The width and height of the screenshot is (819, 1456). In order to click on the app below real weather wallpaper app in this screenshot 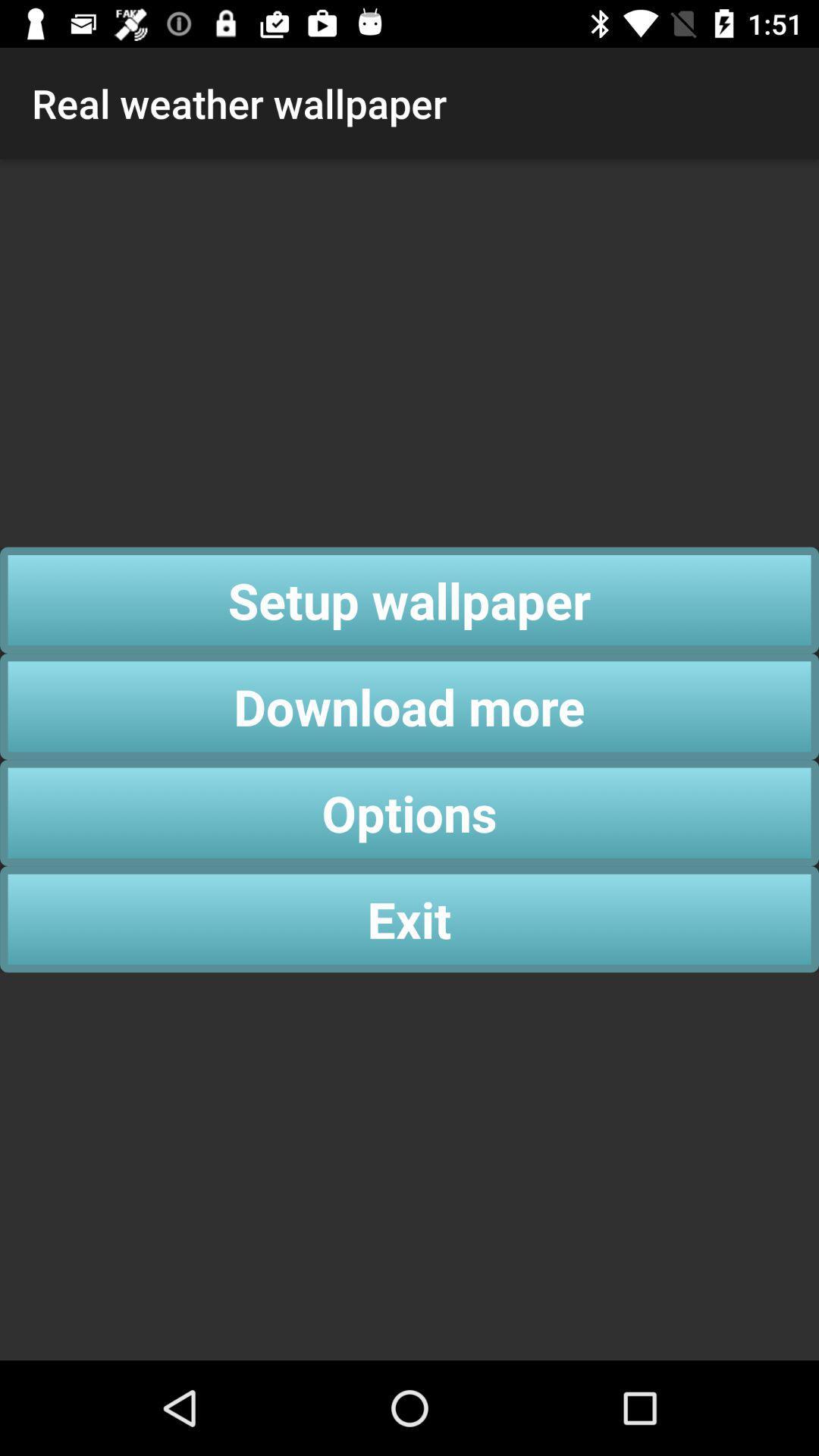, I will do `click(409, 599)`.